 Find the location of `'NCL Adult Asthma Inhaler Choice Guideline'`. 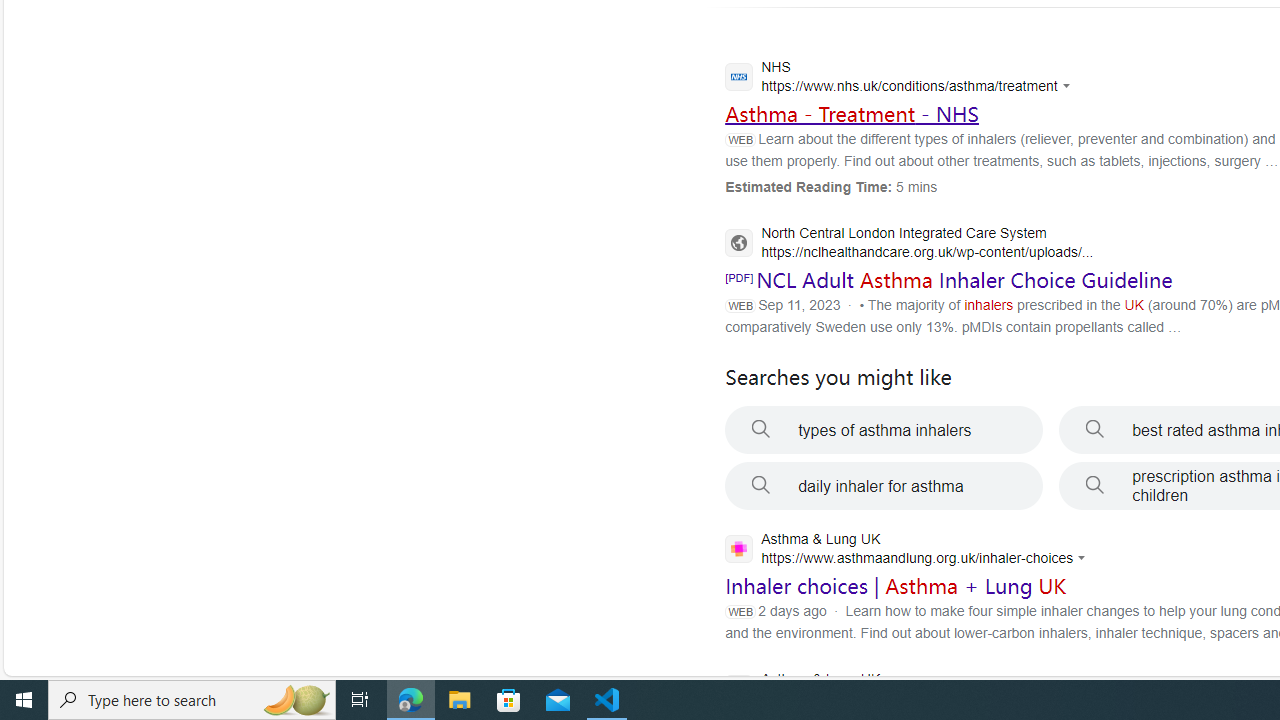

'NCL Adult Asthma Inhaler Choice Guideline' is located at coordinates (964, 280).